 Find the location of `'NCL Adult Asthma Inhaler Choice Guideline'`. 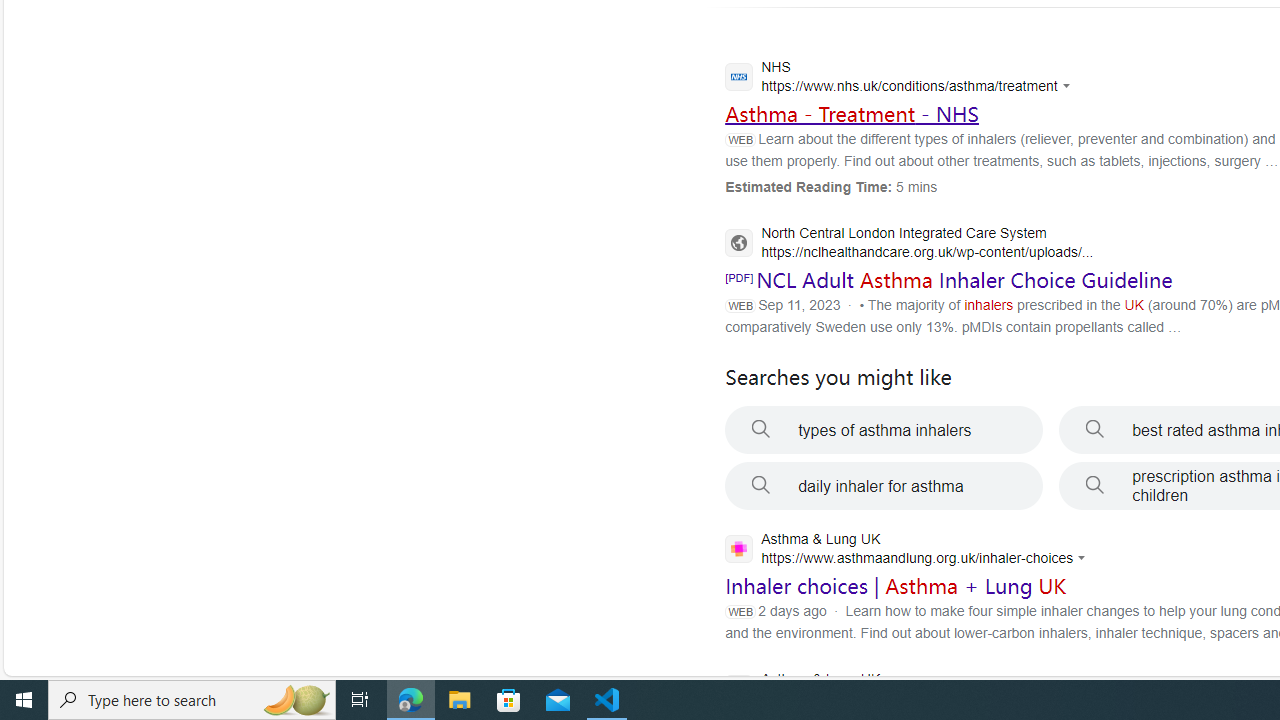

'NCL Adult Asthma Inhaler Choice Guideline' is located at coordinates (964, 280).